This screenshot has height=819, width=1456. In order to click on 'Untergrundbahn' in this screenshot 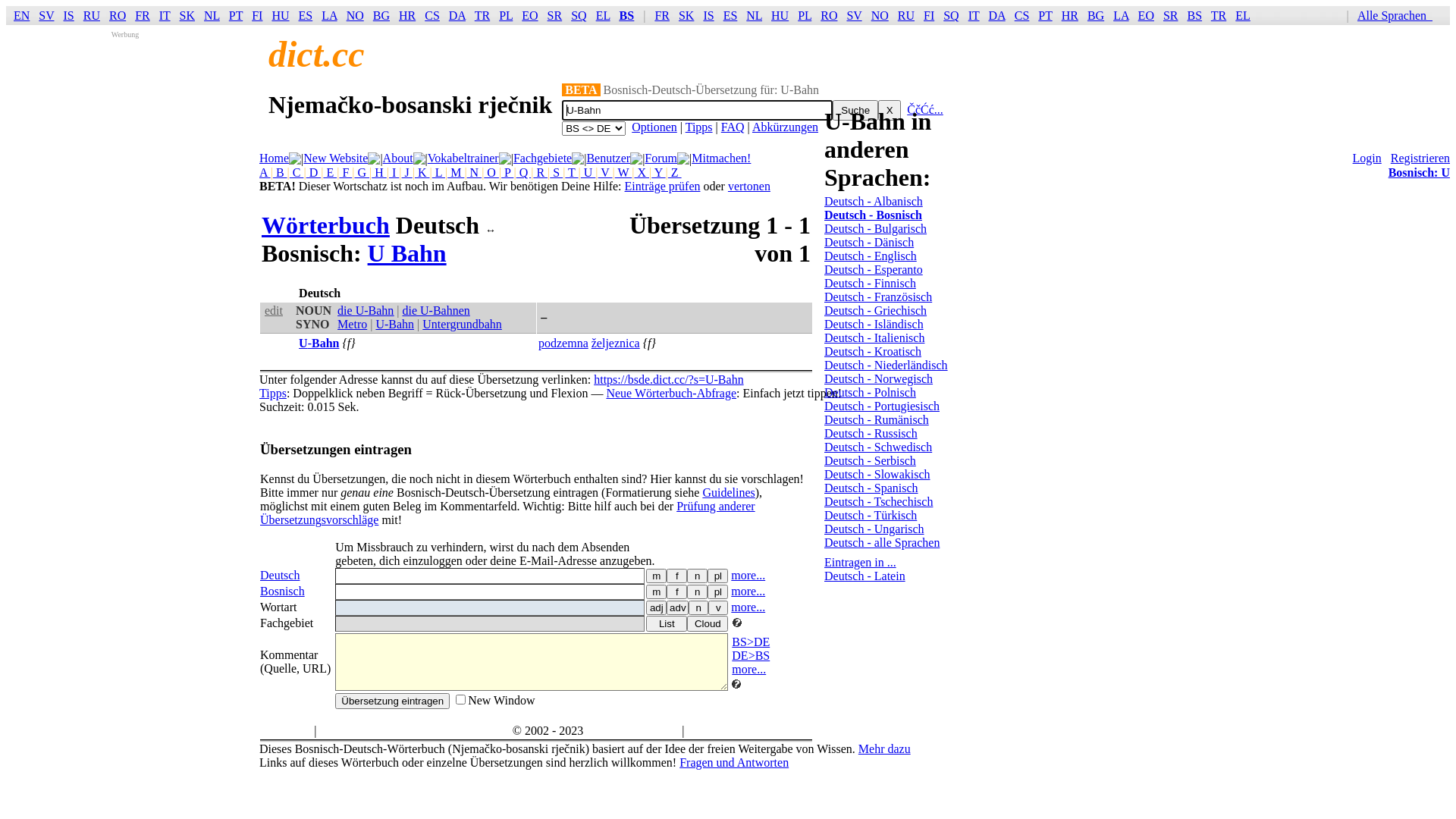, I will do `click(461, 323)`.